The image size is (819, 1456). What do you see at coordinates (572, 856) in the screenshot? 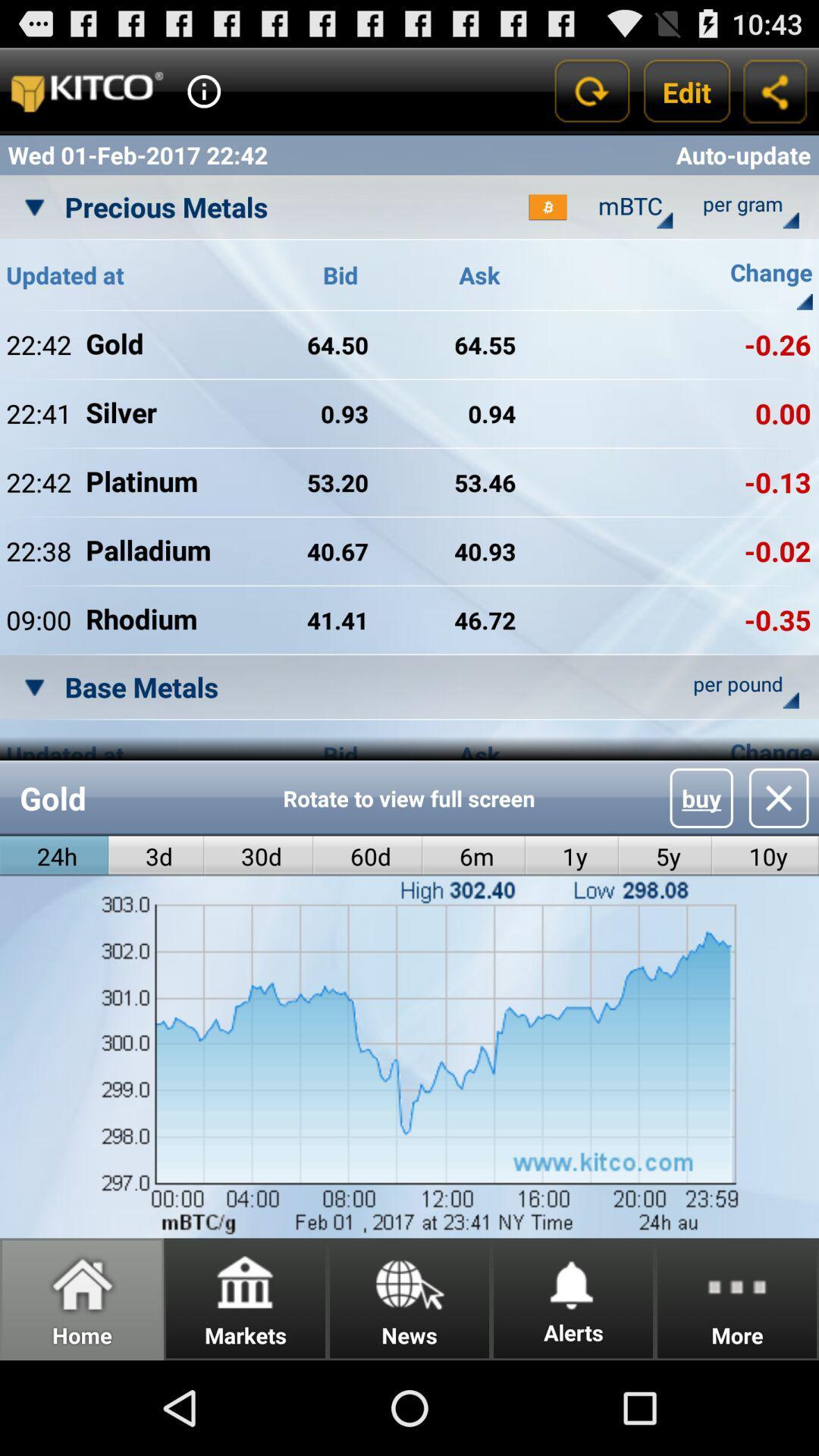
I see `1y radio button` at bounding box center [572, 856].